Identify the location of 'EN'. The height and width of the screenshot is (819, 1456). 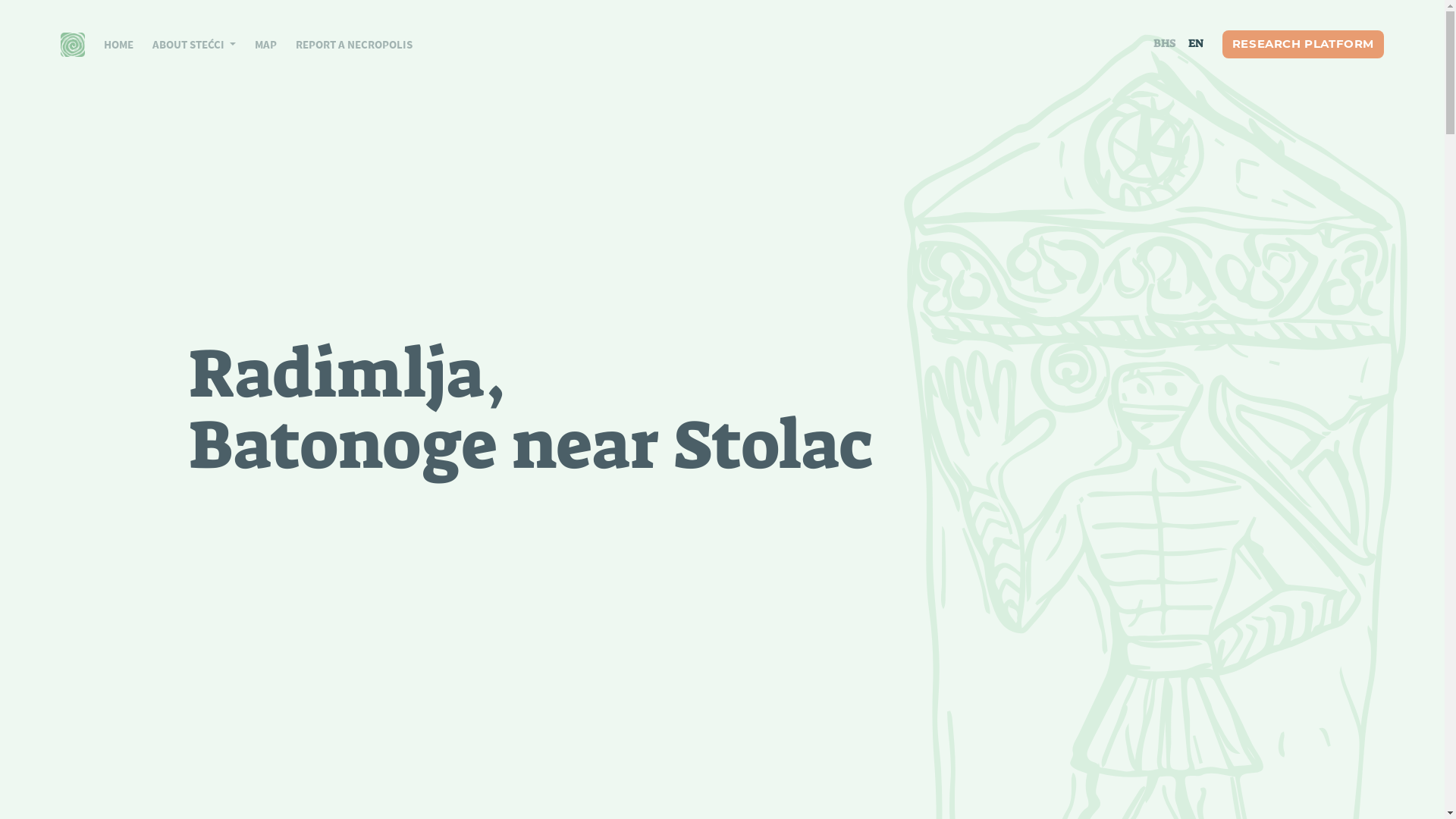
(1181, 42).